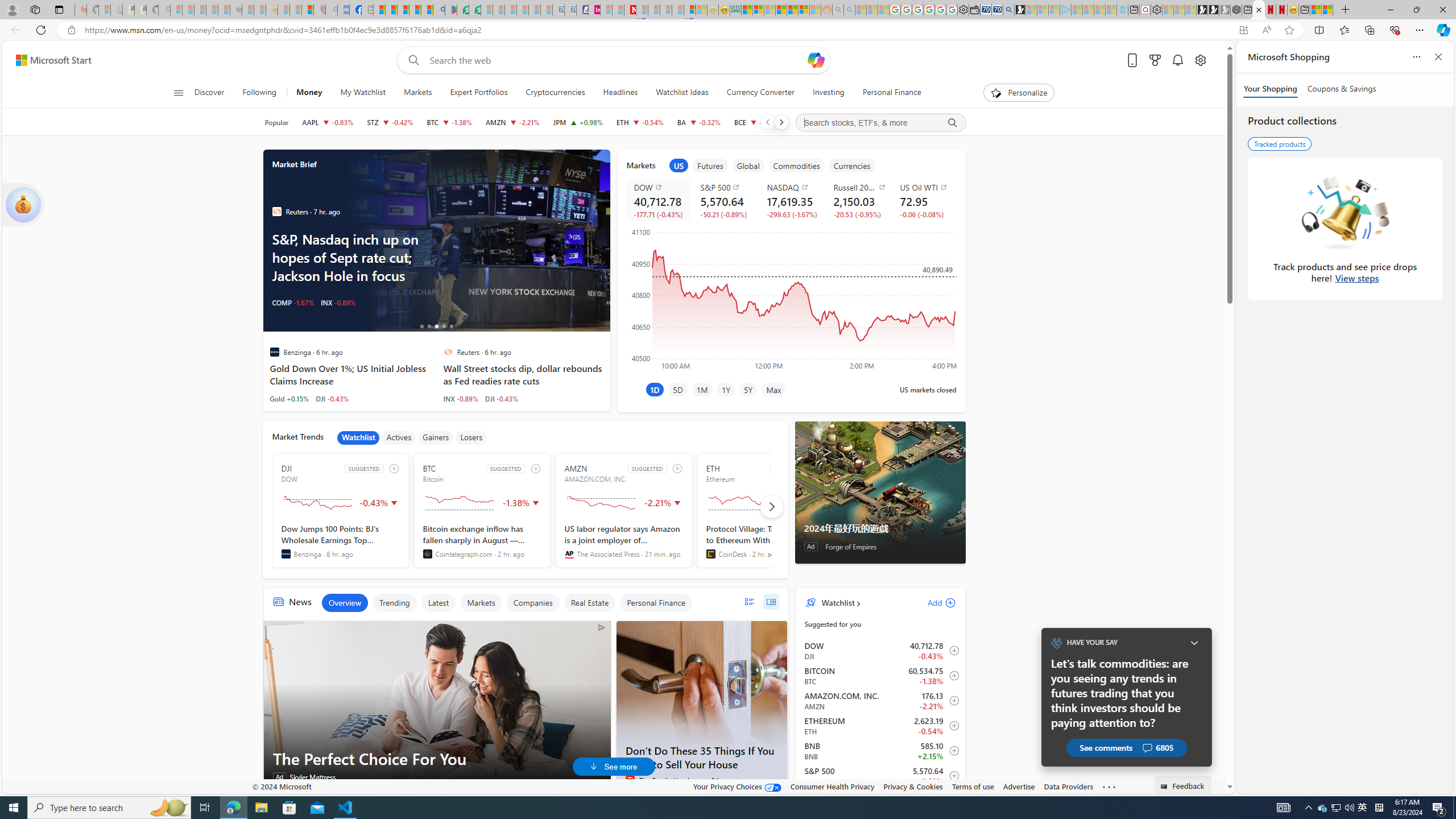 The image size is (1456, 819). Describe the element at coordinates (437, 706) in the screenshot. I see `'The Perfect Choice For You'` at that location.